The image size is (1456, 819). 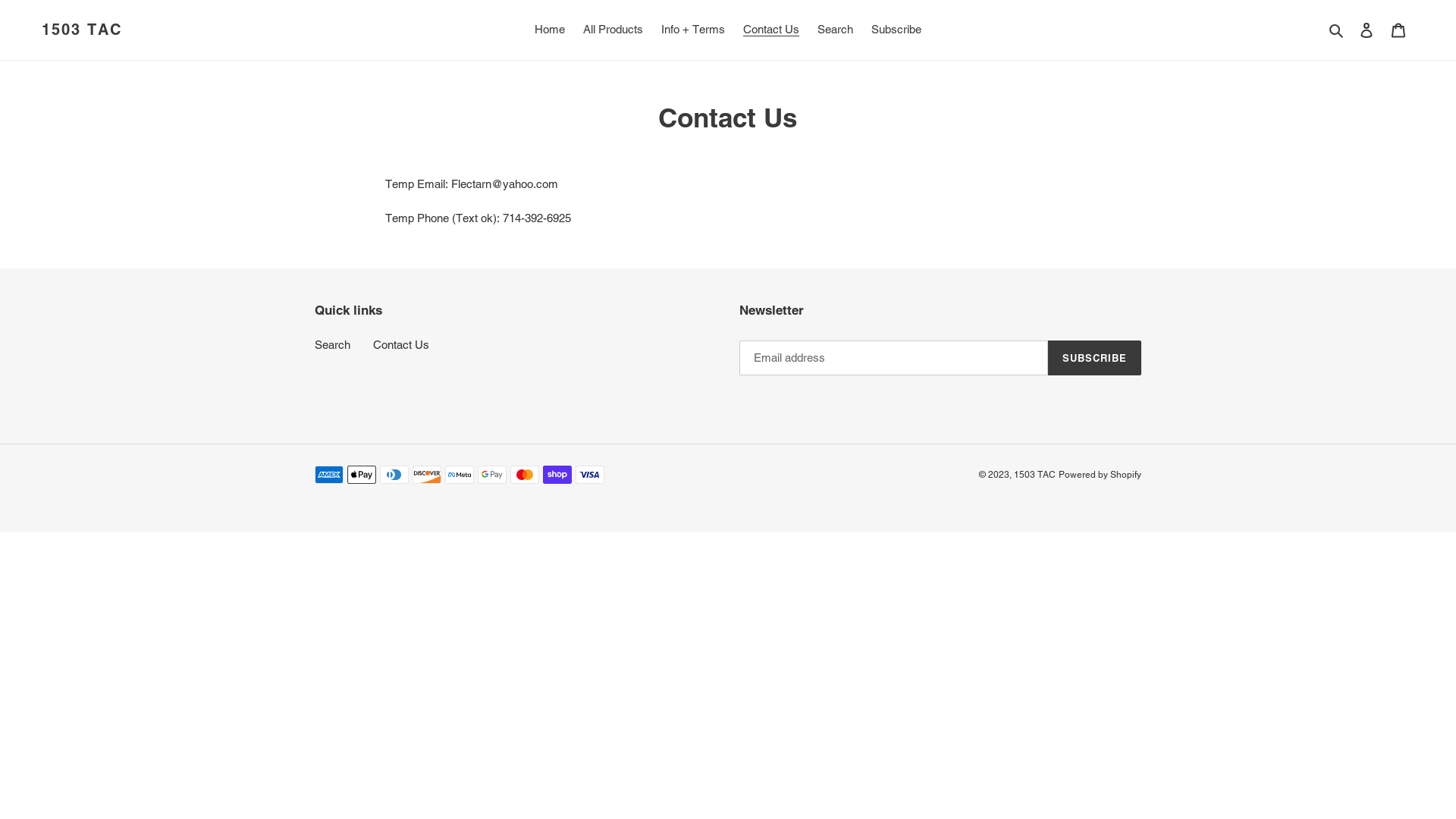 What do you see at coordinates (863, 30) in the screenshot?
I see `'Subscribe'` at bounding box center [863, 30].